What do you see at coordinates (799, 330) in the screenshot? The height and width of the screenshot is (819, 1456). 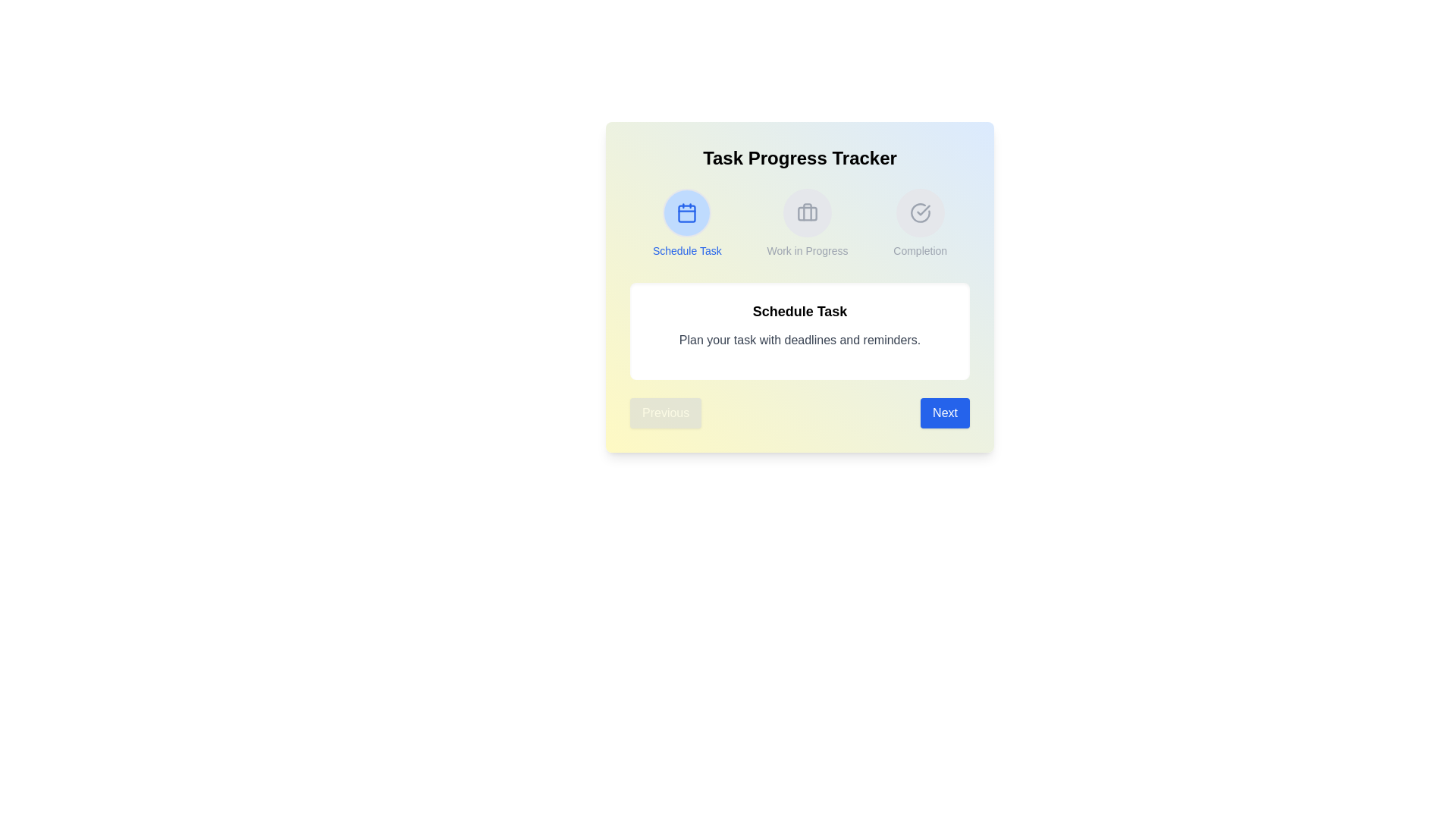 I see `the description area to focus on it` at bounding box center [799, 330].